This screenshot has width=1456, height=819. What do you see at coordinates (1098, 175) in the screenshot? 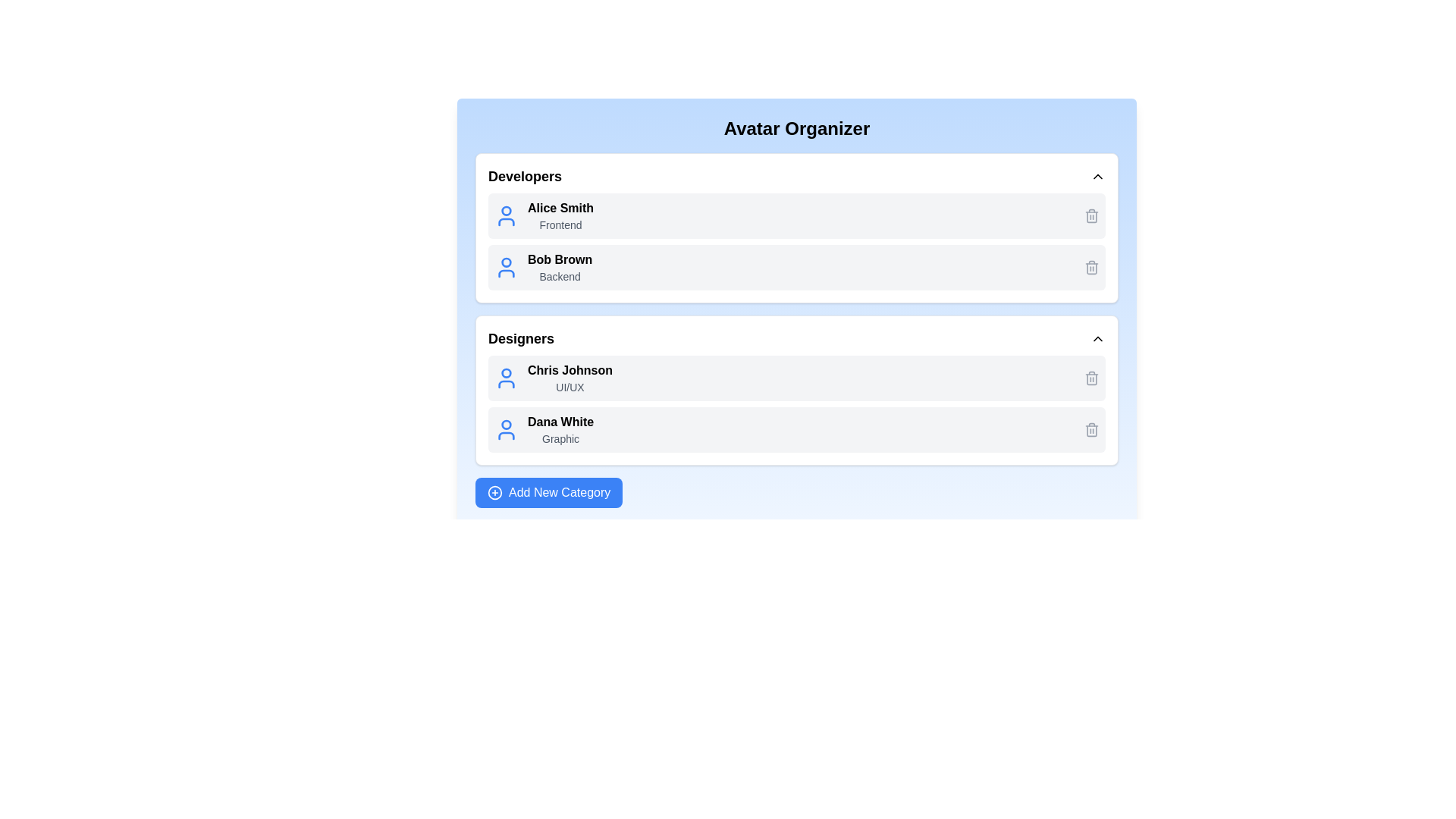
I see `the upward-facing chevron icon located to the far right of the 'Developers' header` at bounding box center [1098, 175].